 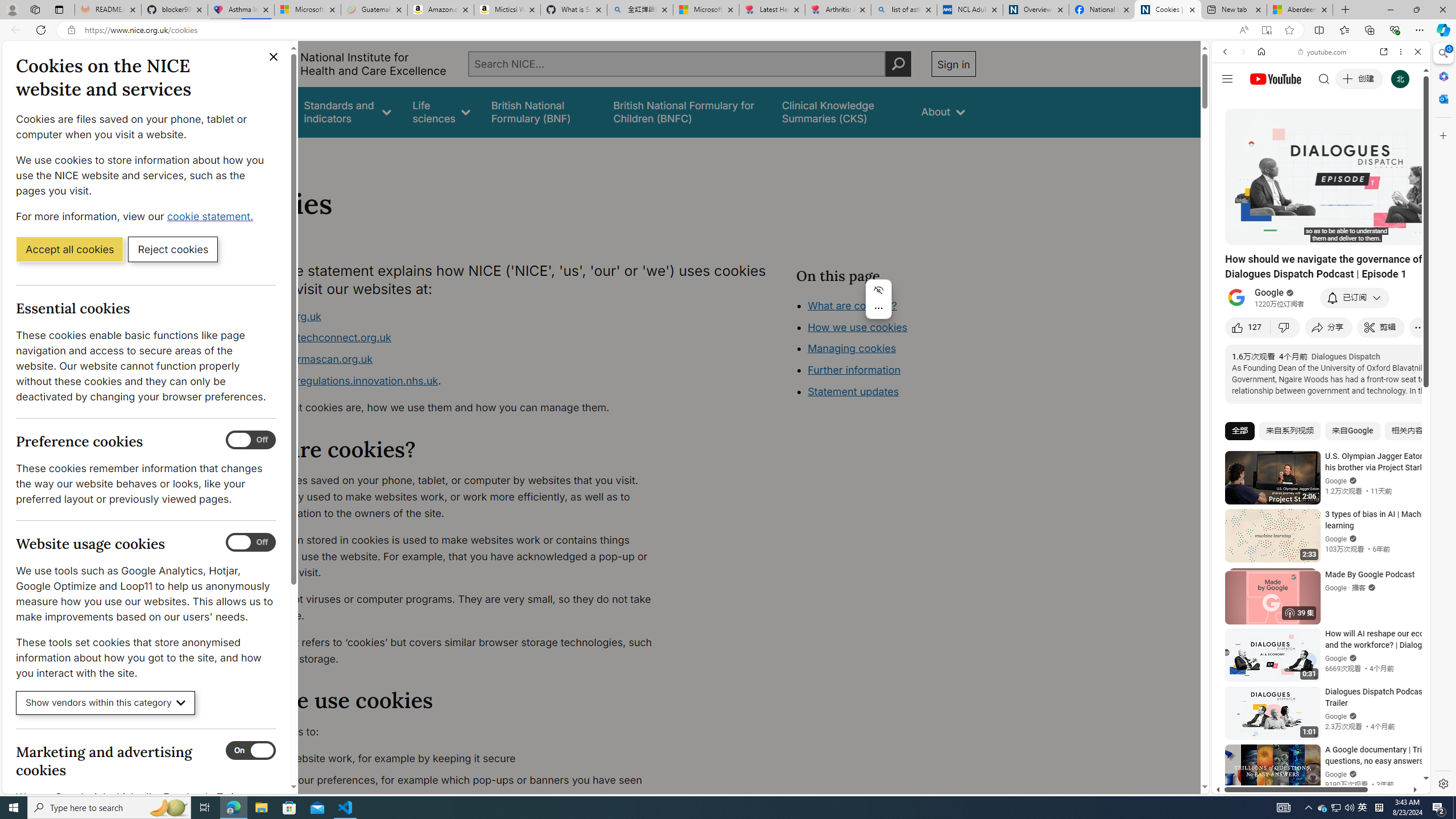 What do you see at coordinates (280, 316) in the screenshot?
I see `'www.nice.org.uk'` at bounding box center [280, 316].